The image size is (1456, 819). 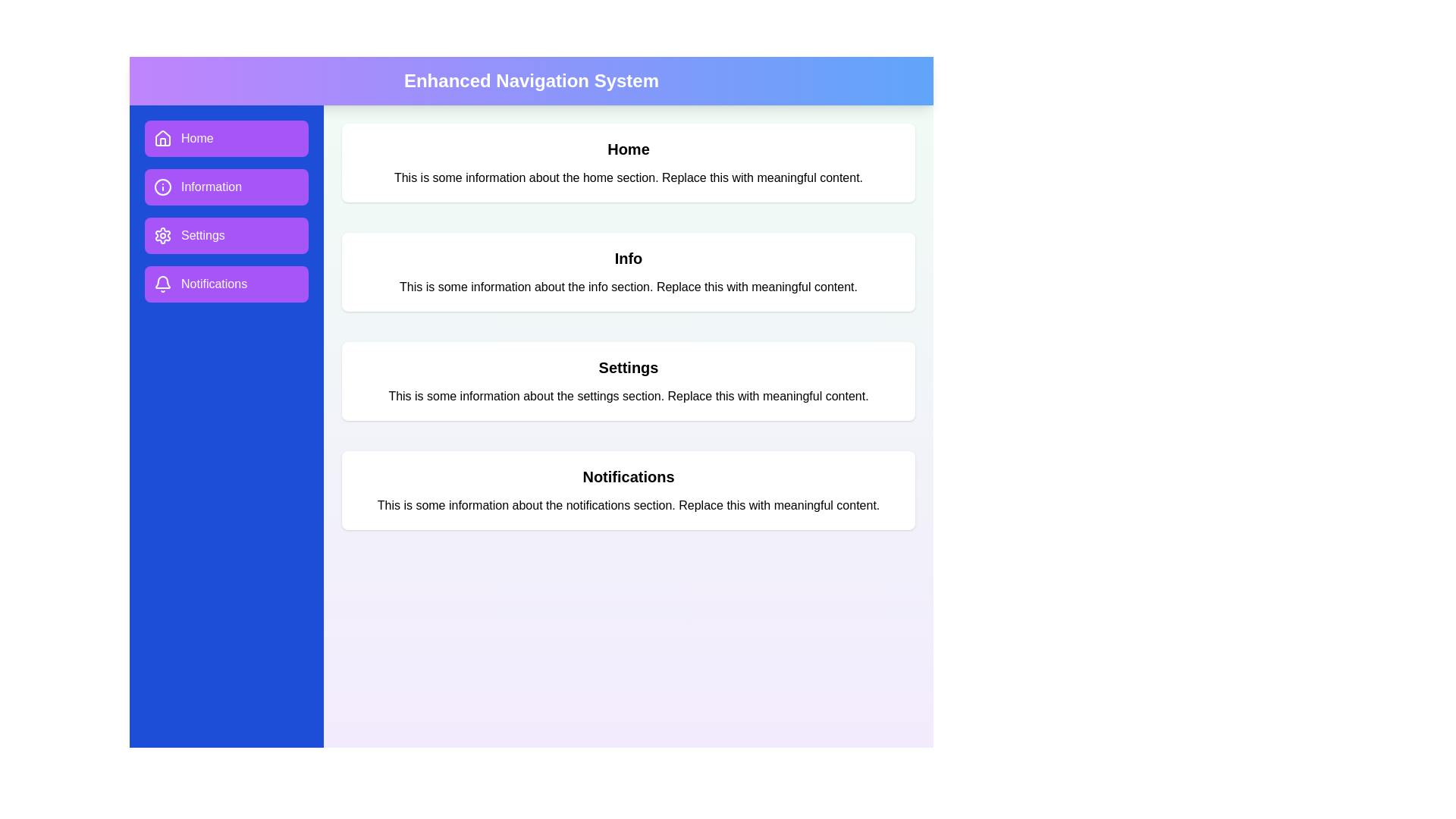 I want to click on the gear symbol icon in the vertical sidebar menu, so click(x=163, y=236).